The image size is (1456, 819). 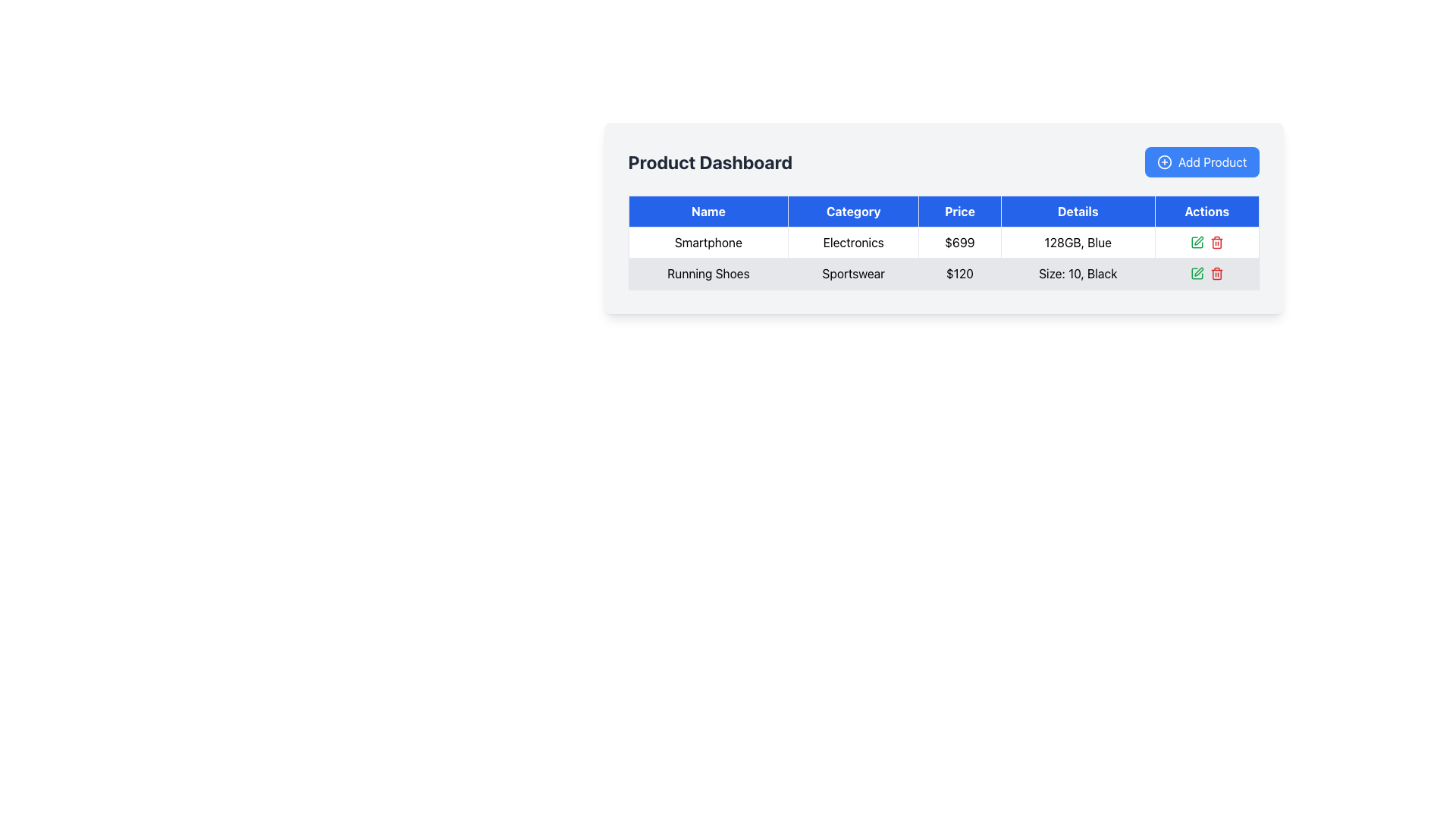 I want to click on specific rows or cells in the product information table located under the 'Product Dashboard' title, so click(x=943, y=218).